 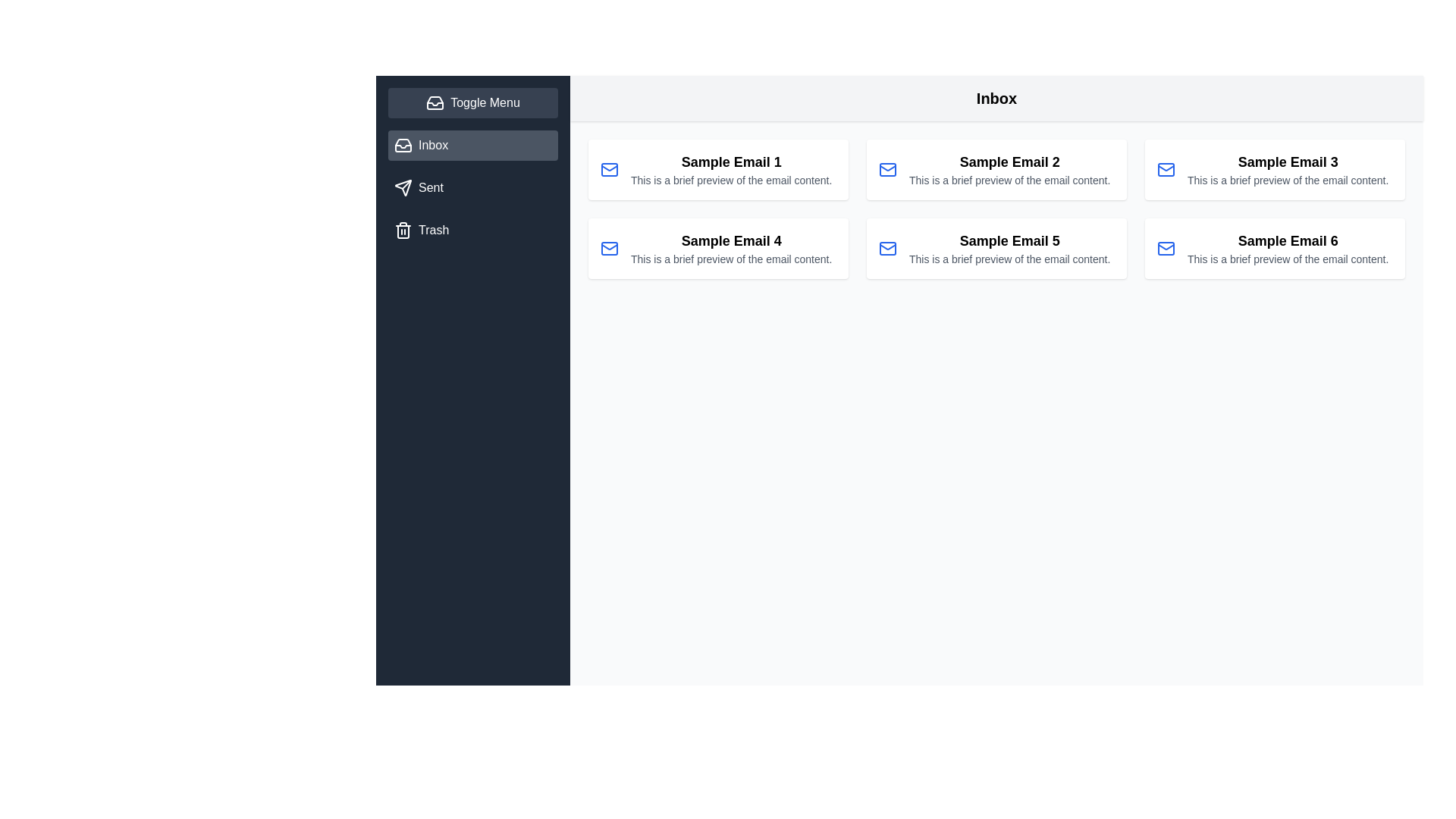 I want to click on the email icon representing 'Sample Email 2' located in the upper second row of the email grid layout, so click(x=888, y=169).